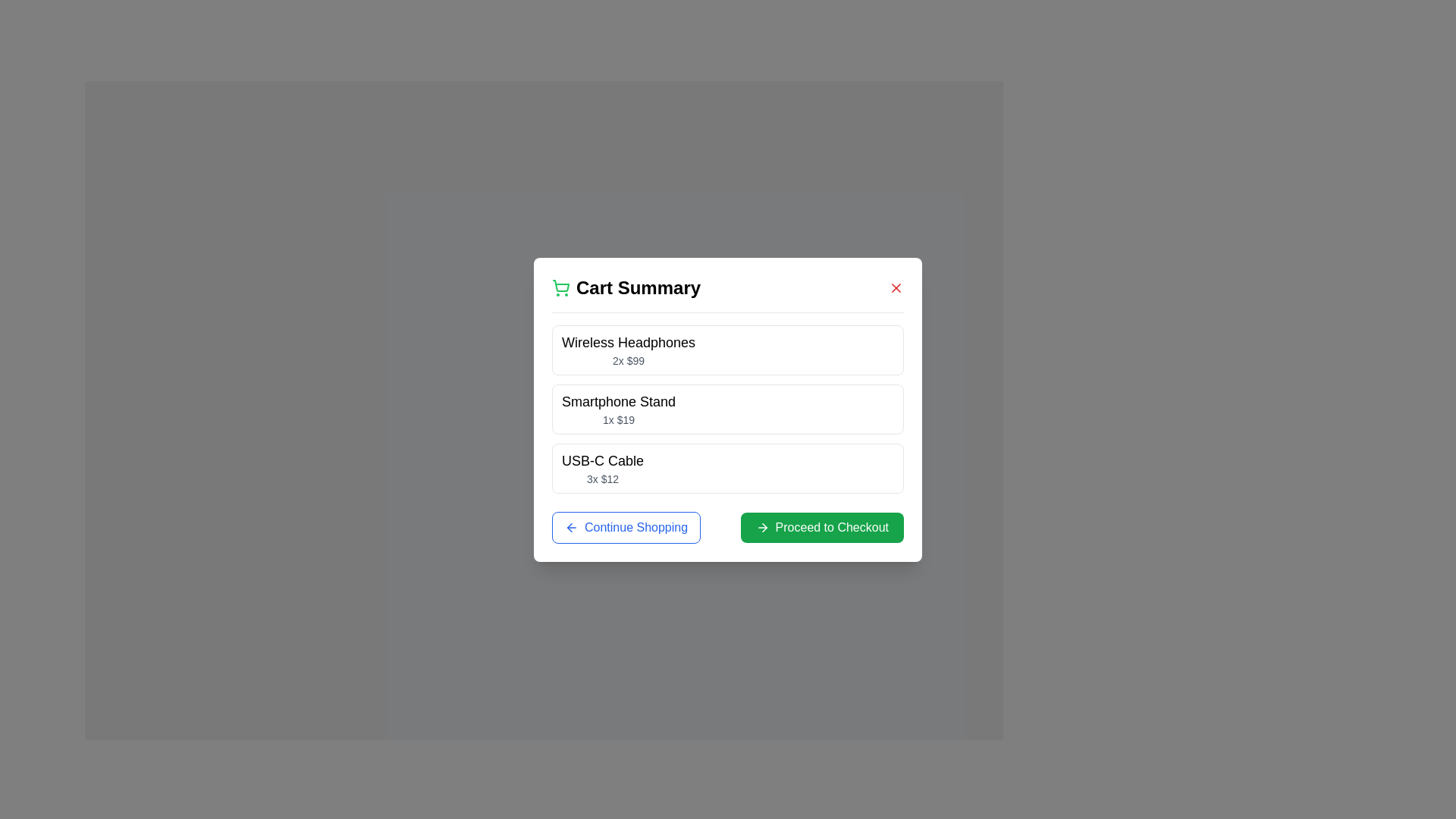  What do you see at coordinates (602, 467) in the screenshot?
I see `the 'USB-C Cable' text display element in the 'Cart Summary' dialog, which is the third item in the list, located between 'Smartphone Stand' and the bottom buttons` at bounding box center [602, 467].